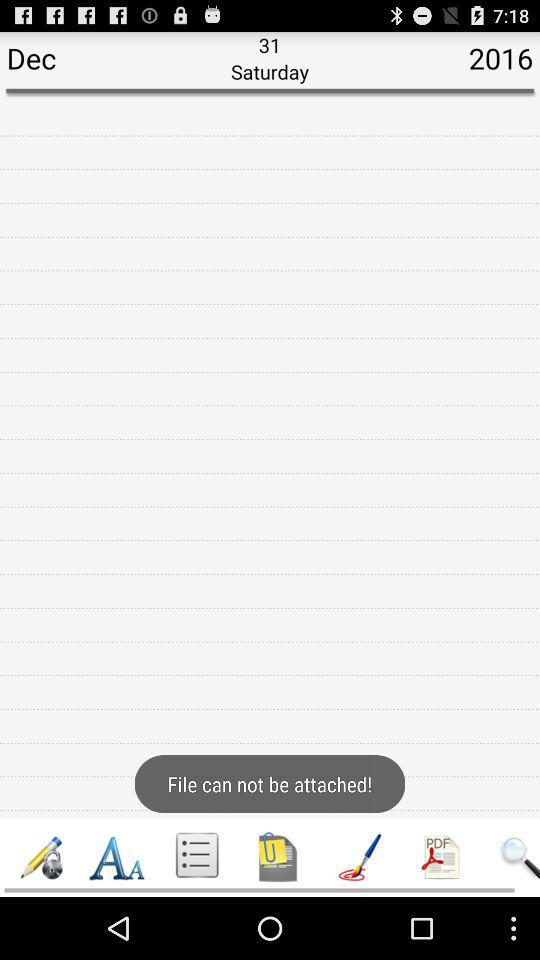  I want to click on the list icon, so click(197, 917).